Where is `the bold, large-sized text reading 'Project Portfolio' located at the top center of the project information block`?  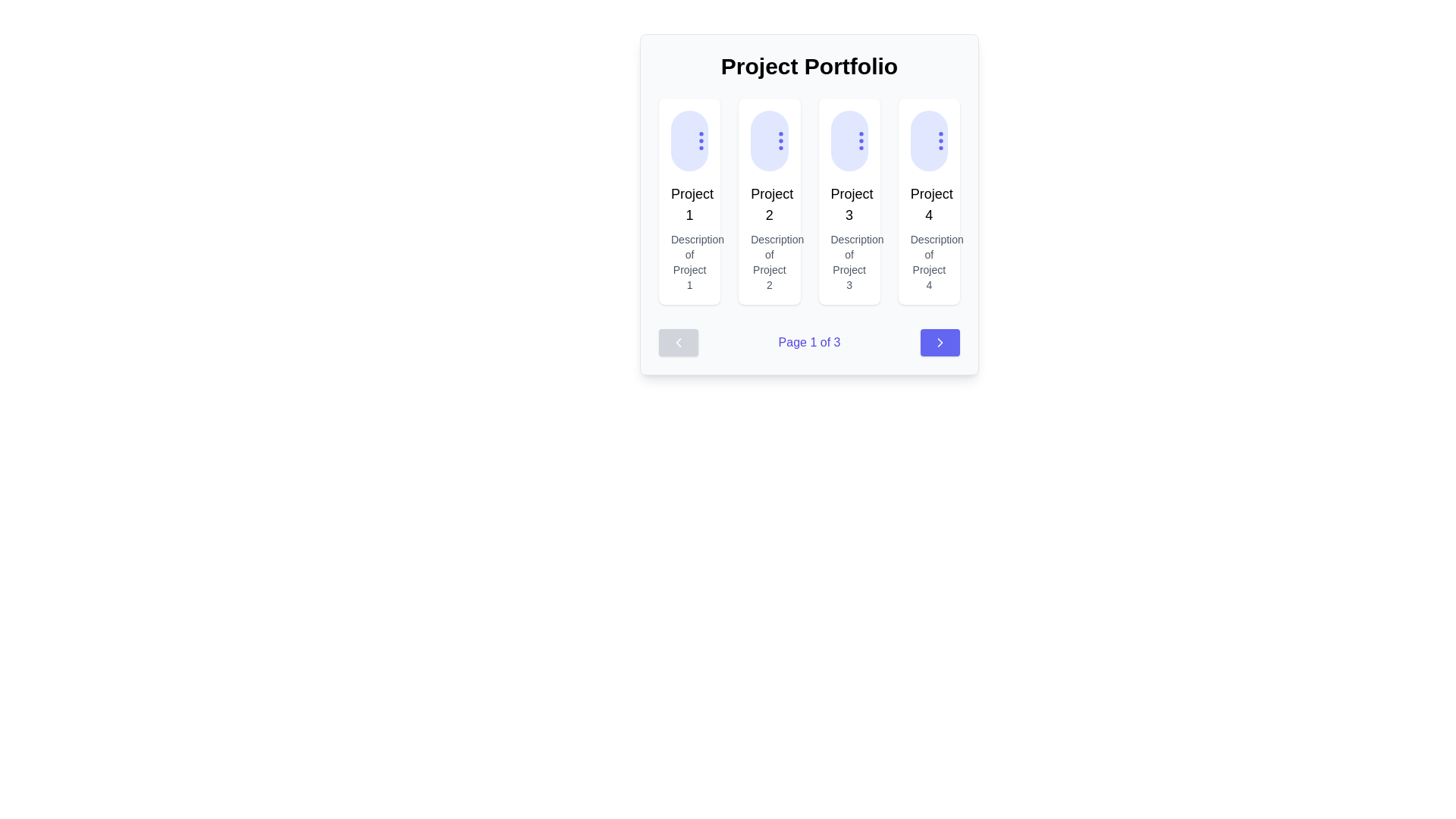 the bold, large-sized text reading 'Project Portfolio' located at the top center of the project information block is located at coordinates (808, 66).